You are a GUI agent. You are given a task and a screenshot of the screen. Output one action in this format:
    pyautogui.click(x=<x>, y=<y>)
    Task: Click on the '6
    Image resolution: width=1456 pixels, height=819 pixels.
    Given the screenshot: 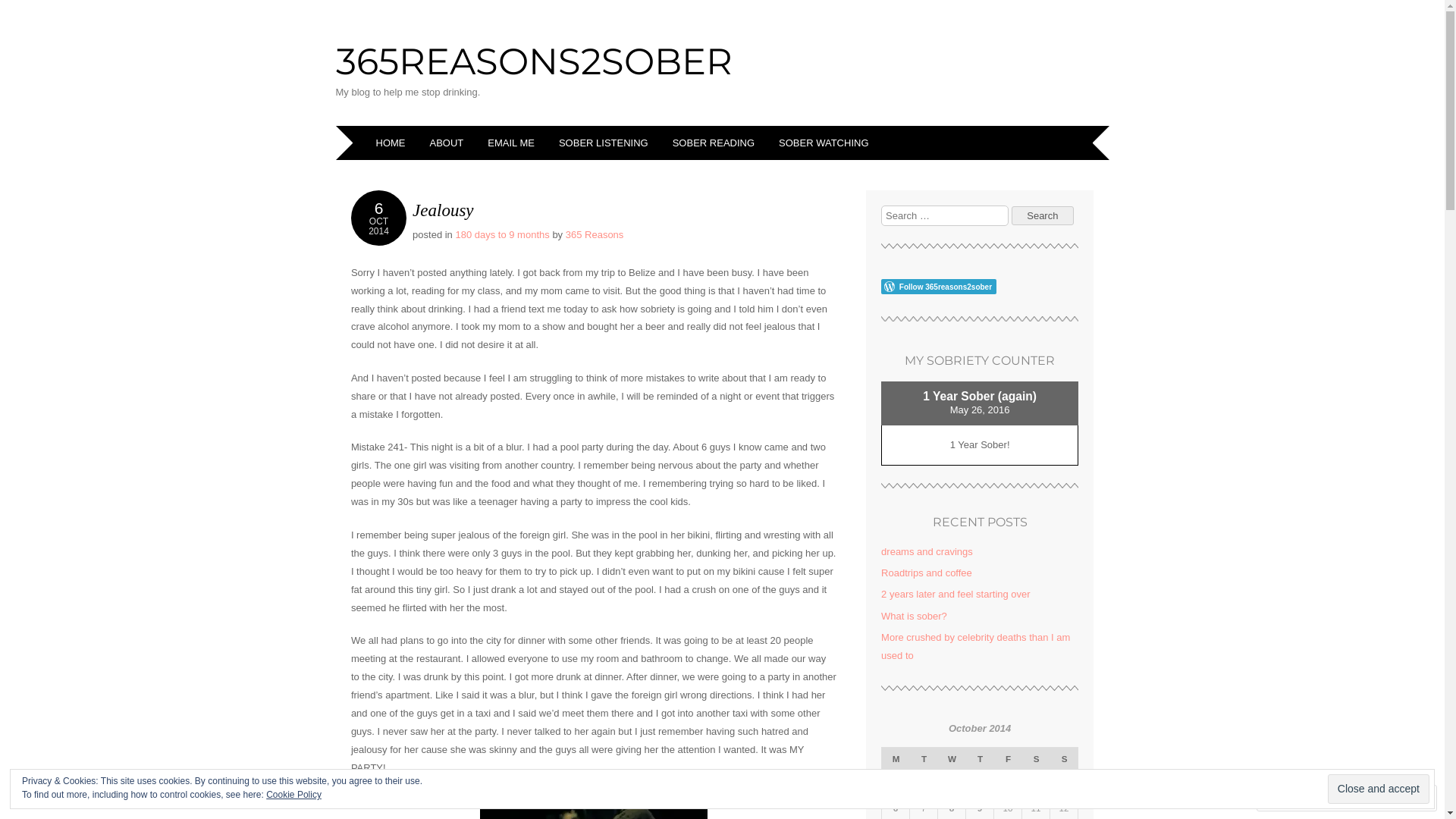 What is the action you would take?
    pyautogui.click(x=378, y=218)
    